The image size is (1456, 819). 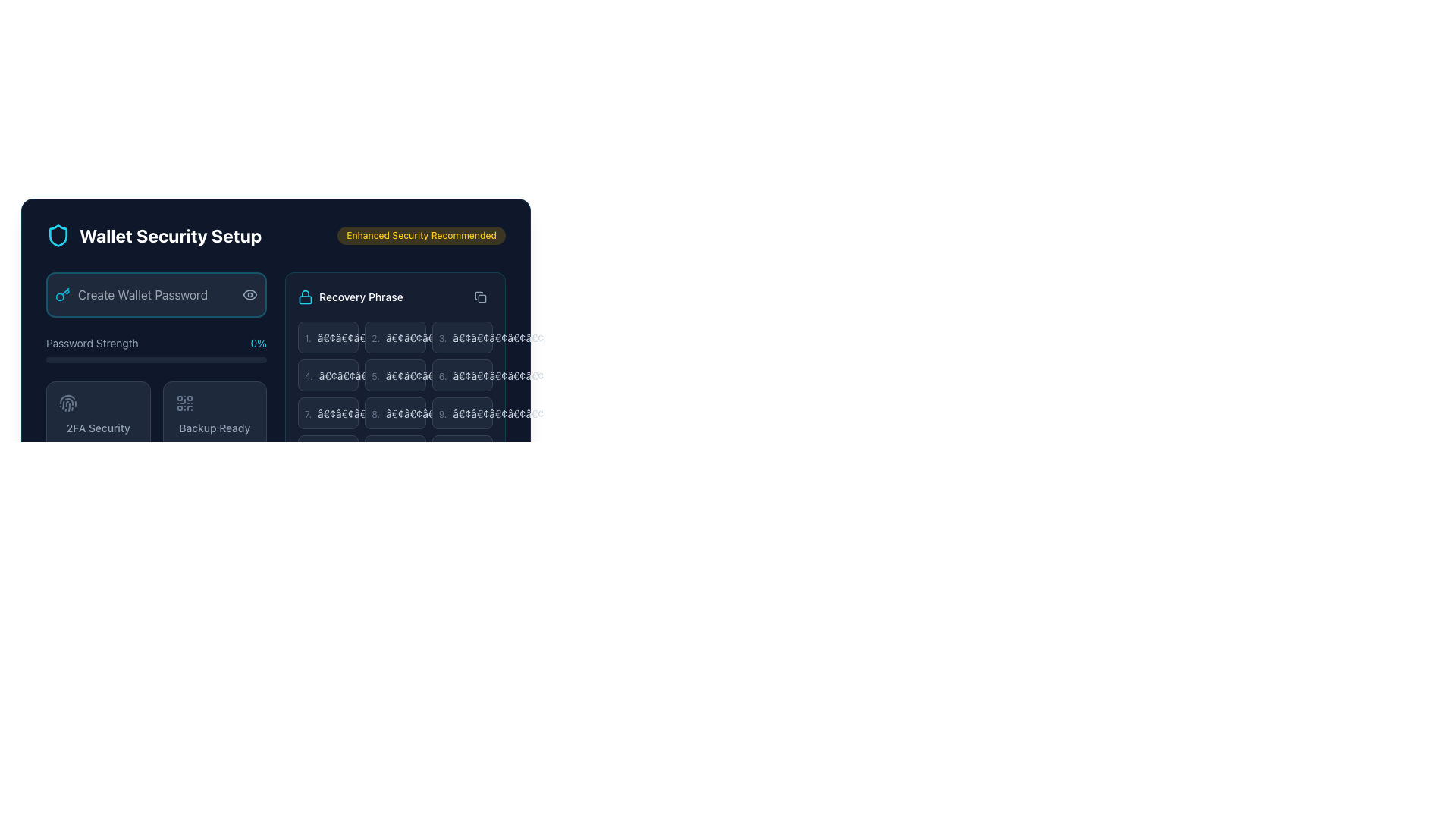 I want to click on the lock icon with a cyan outline associated with 'Recovery Phrase', which is positioned to the left of the text, so click(x=305, y=297).